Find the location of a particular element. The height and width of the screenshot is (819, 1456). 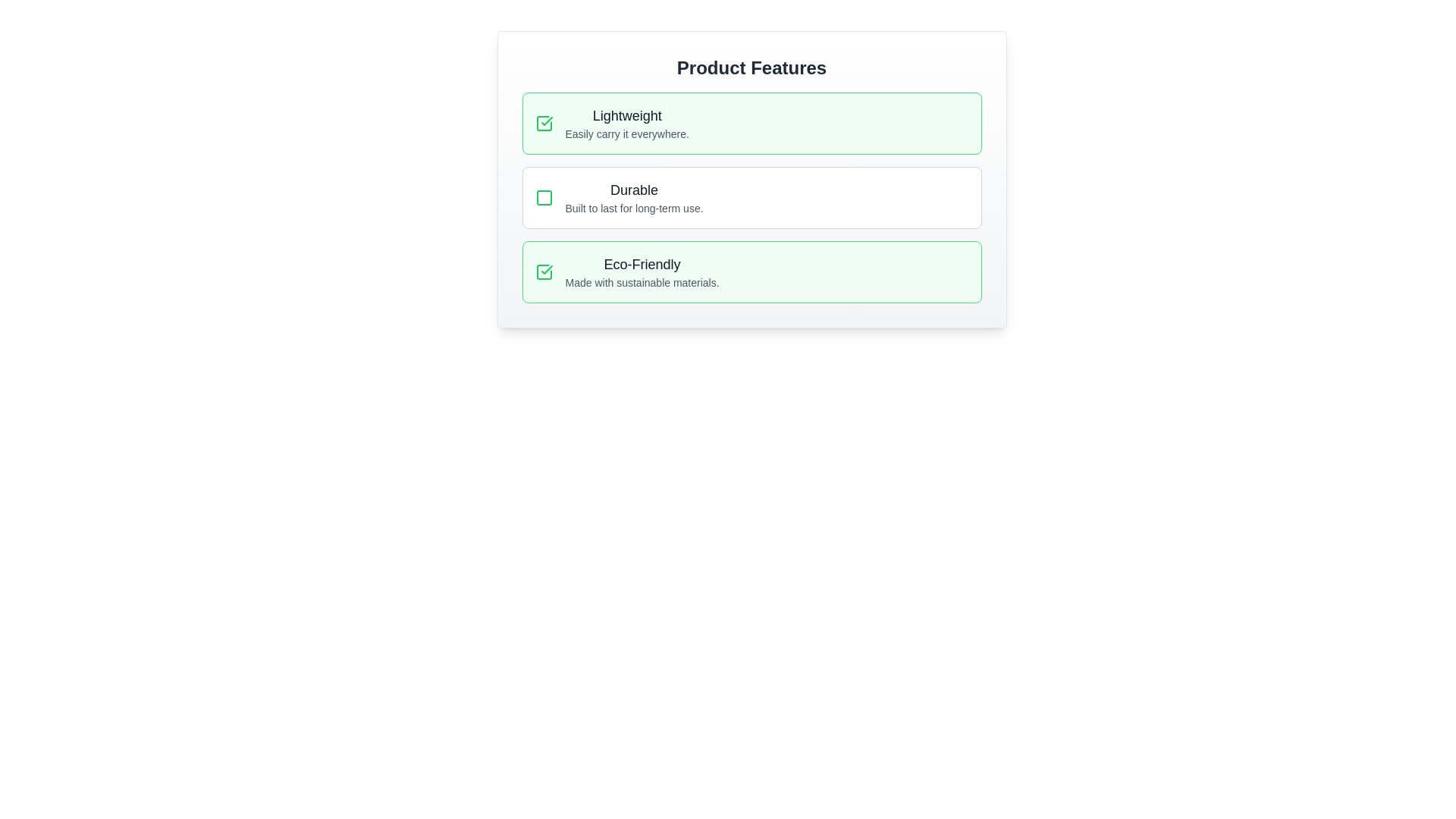

the informational text block titled 'Durable', which is positioned between 'Lightweight' and 'Eco-Friendly' in the 'Product Features' panel is located at coordinates (634, 197).